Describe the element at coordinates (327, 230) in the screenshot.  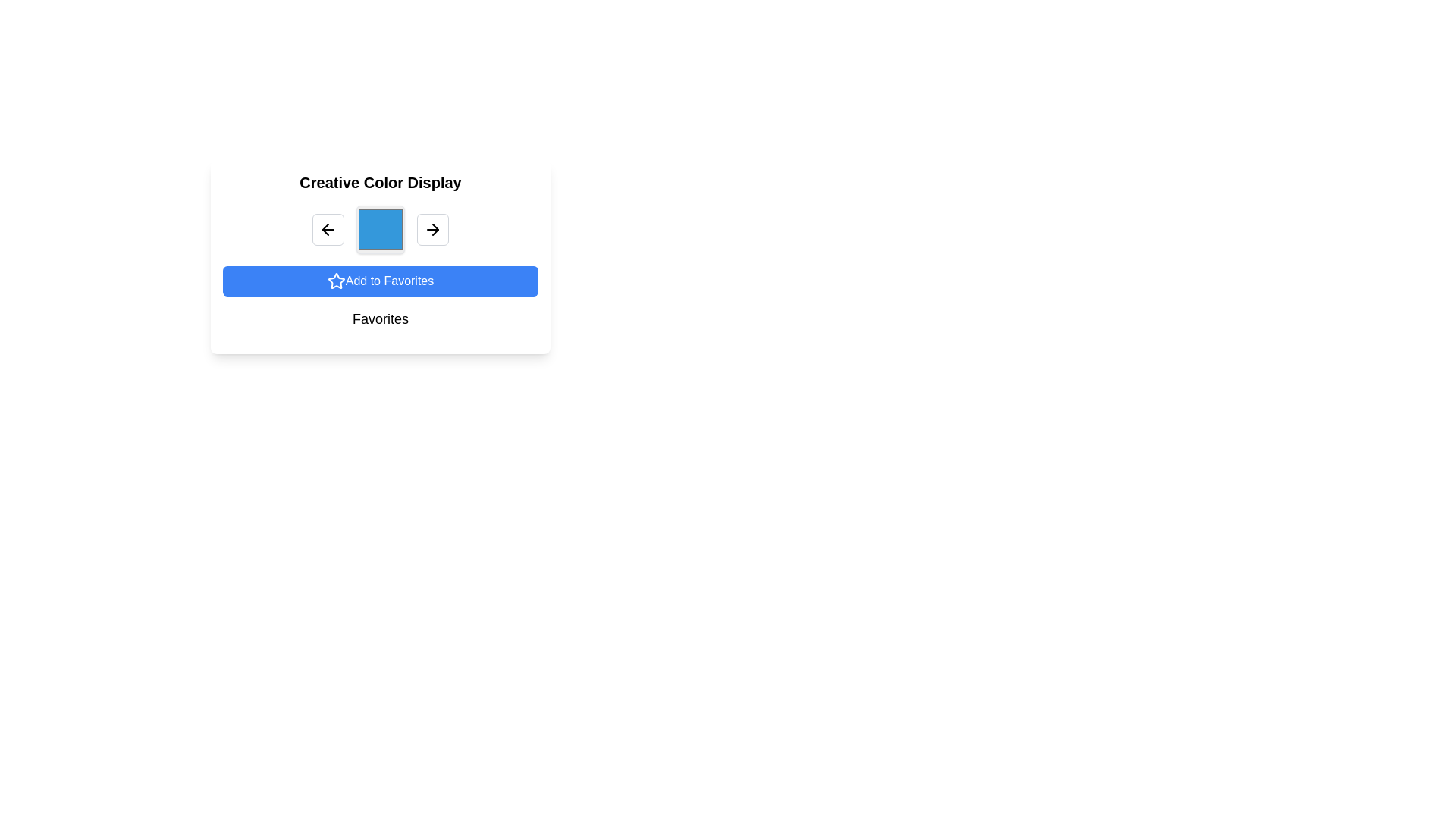
I see `the square button with a leftward-pointing arrow icon located to the far left of a horizontal row of interactive elements` at that location.